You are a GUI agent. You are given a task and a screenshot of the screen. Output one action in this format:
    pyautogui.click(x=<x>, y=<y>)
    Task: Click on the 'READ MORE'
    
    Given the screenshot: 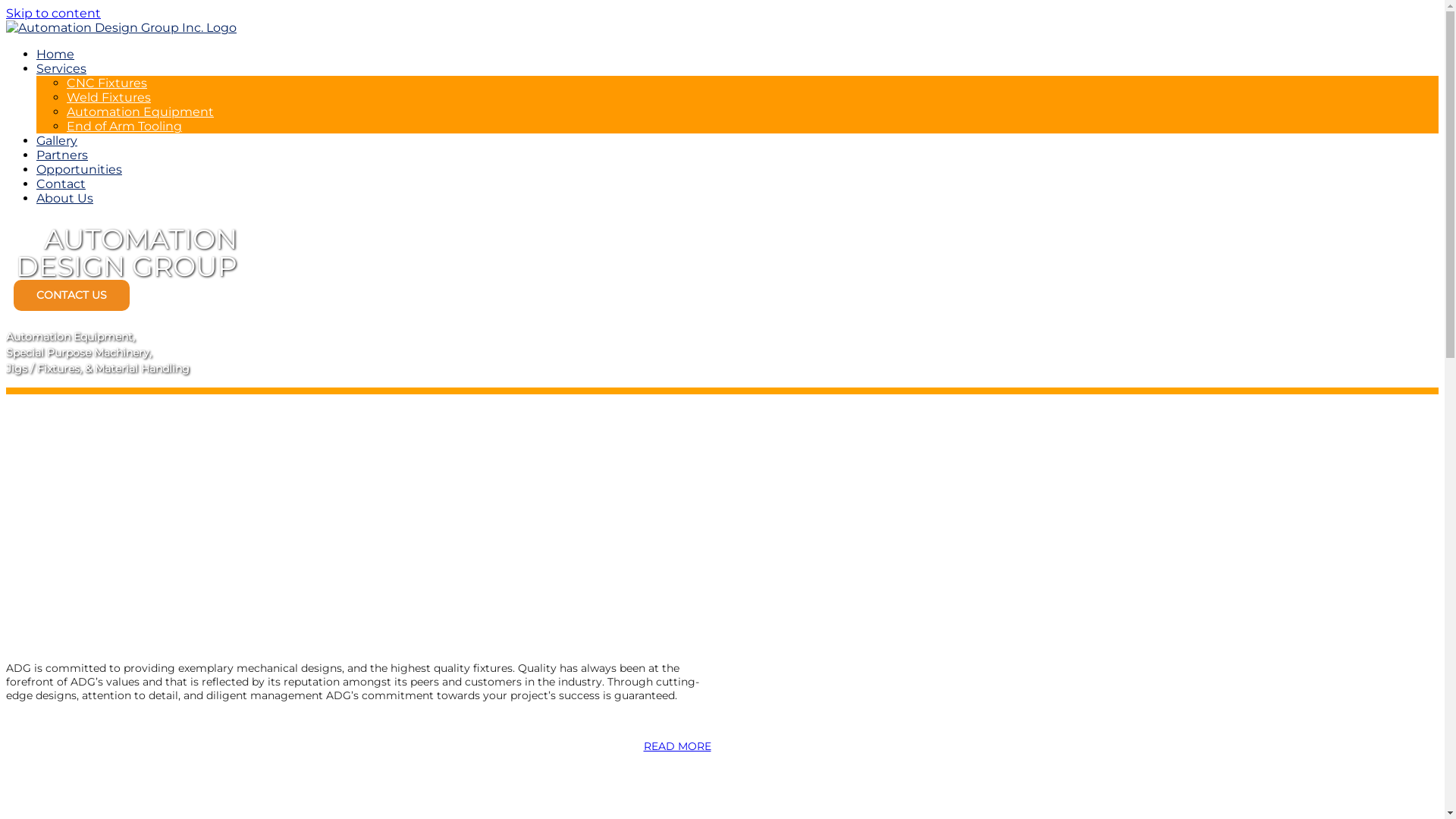 What is the action you would take?
    pyautogui.click(x=676, y=745)
    